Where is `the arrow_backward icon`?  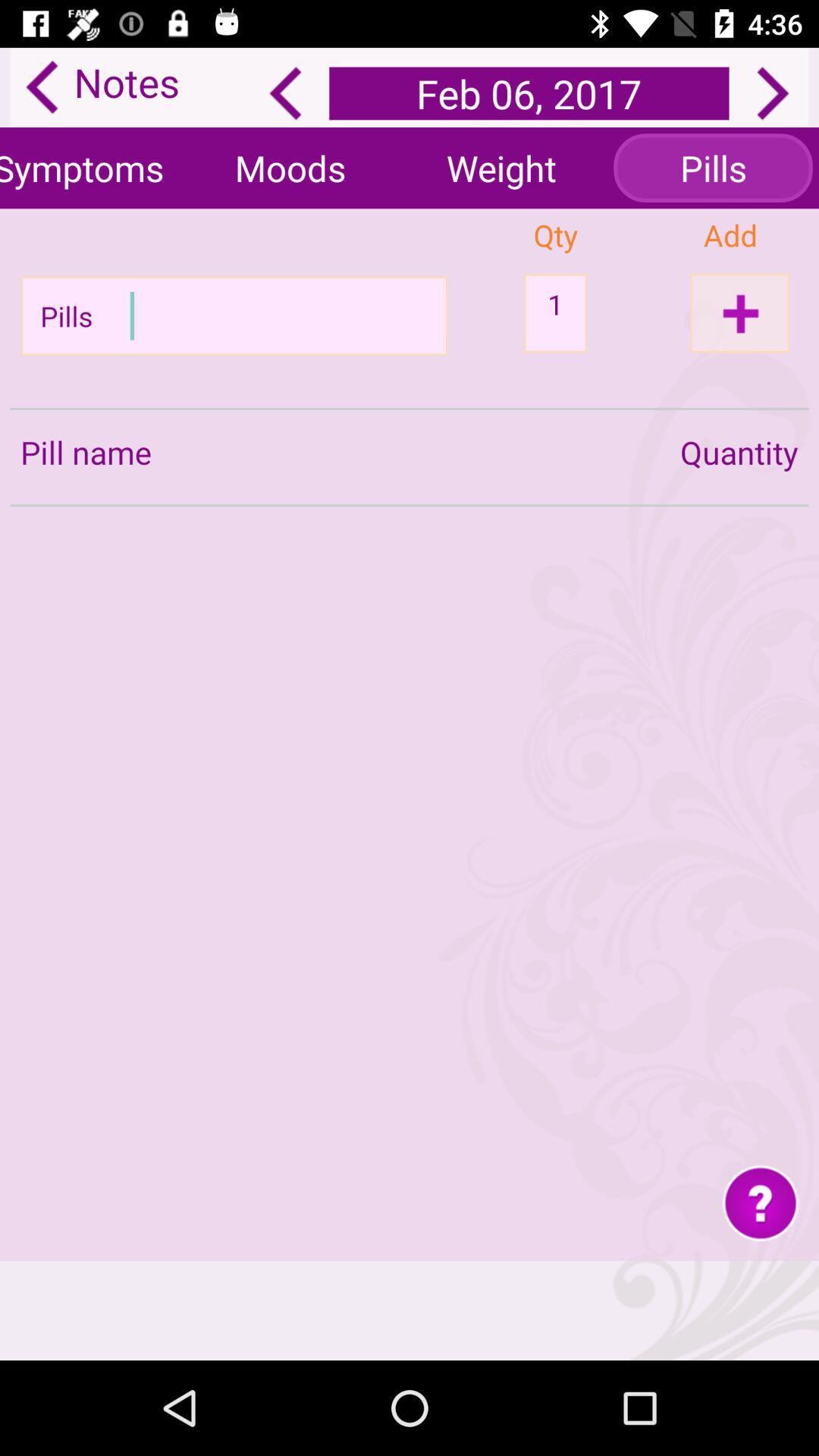 the arrow_backward icon is located at coordinates (285, 93).